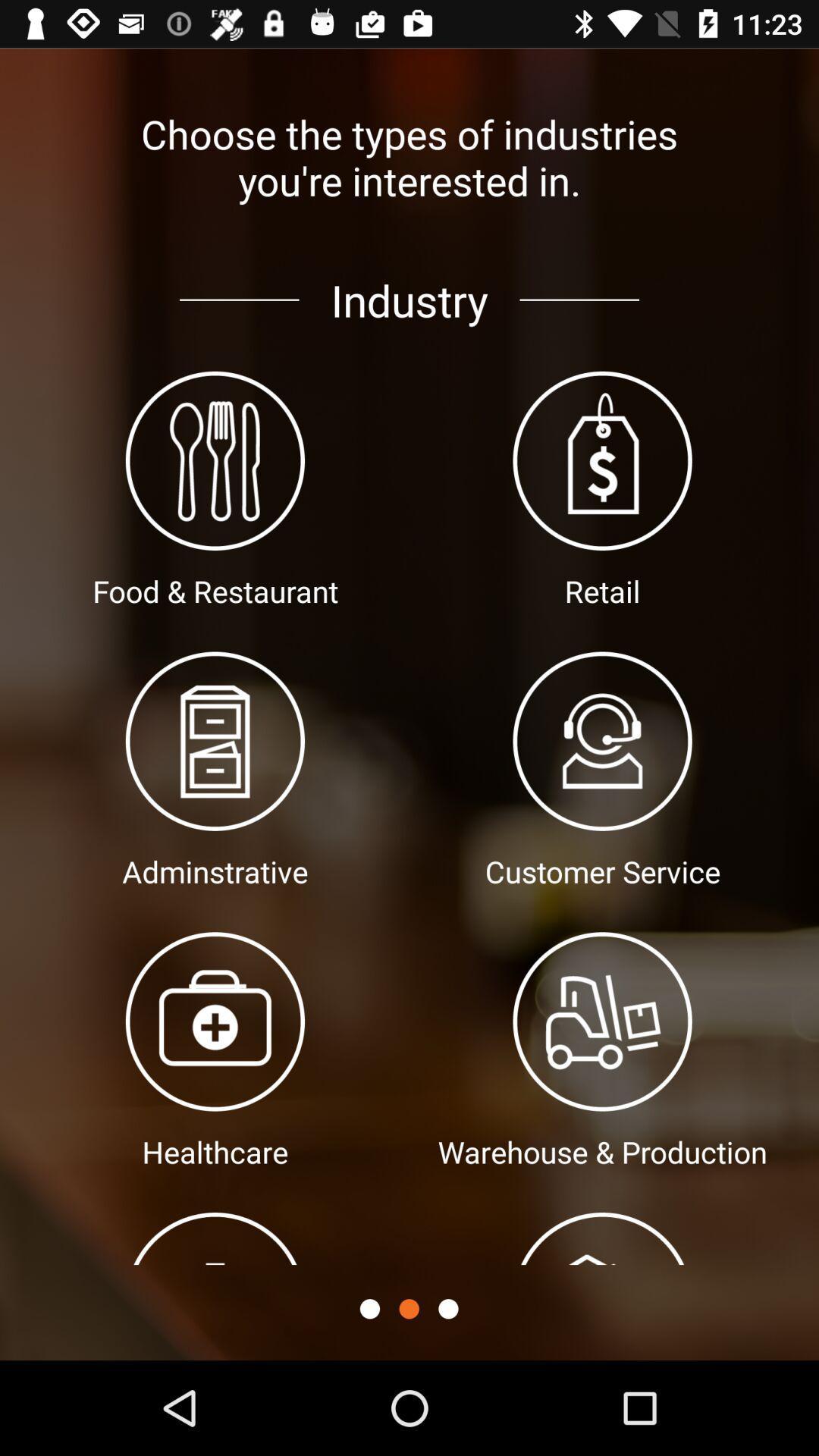 The height and width of the screenshot is (1456, 819). I want to click on swipe left, so click(447, 1308).